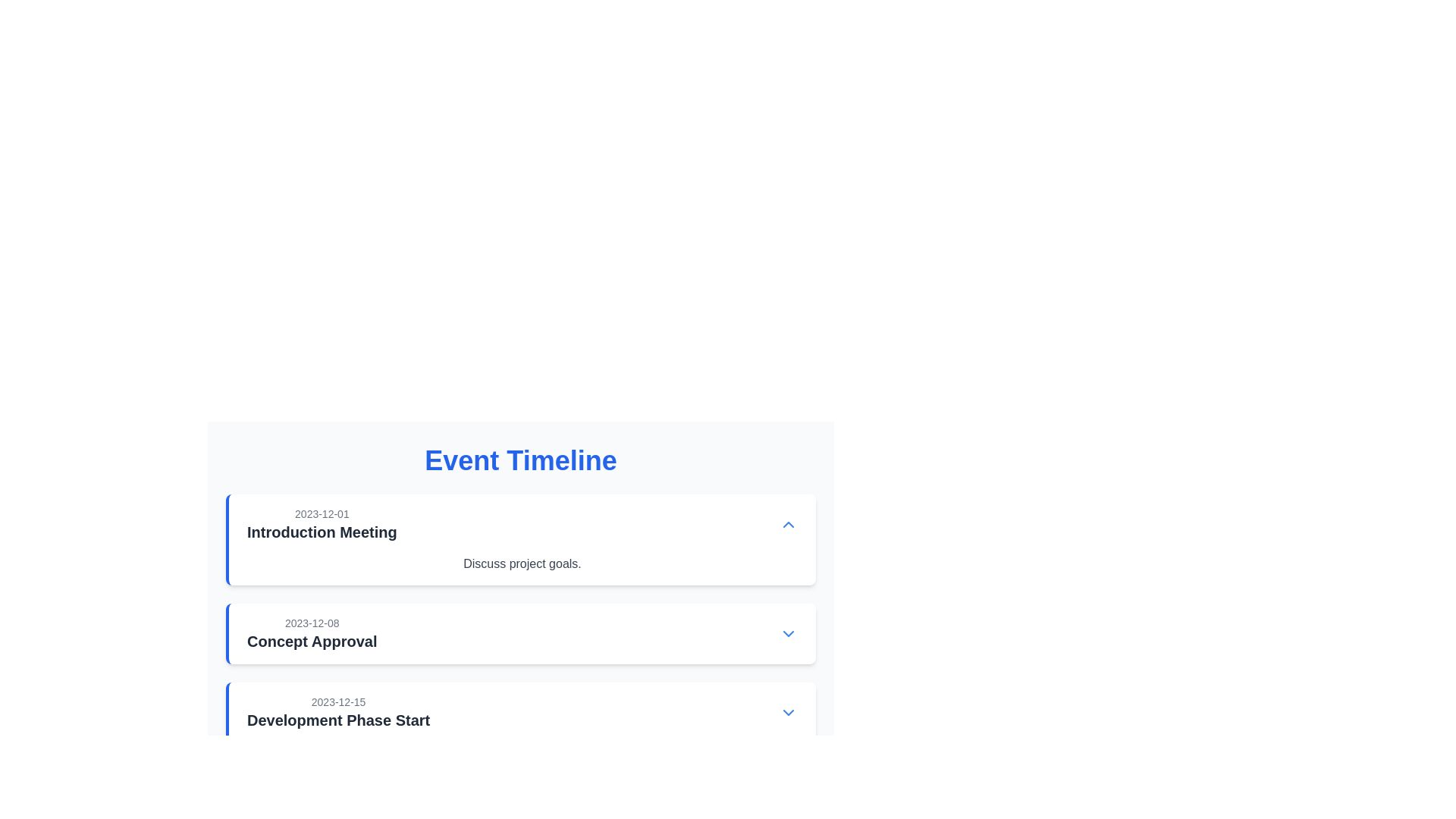 Image resolution: width=1456 pixels, height=819 pixels. Describe the element at coordinates (337, 713) in the screenshot. I see `the central text component displaying the date '2023-12-15' and the title 'Development Phase Start' in the third block of the timeline interface` at that location.